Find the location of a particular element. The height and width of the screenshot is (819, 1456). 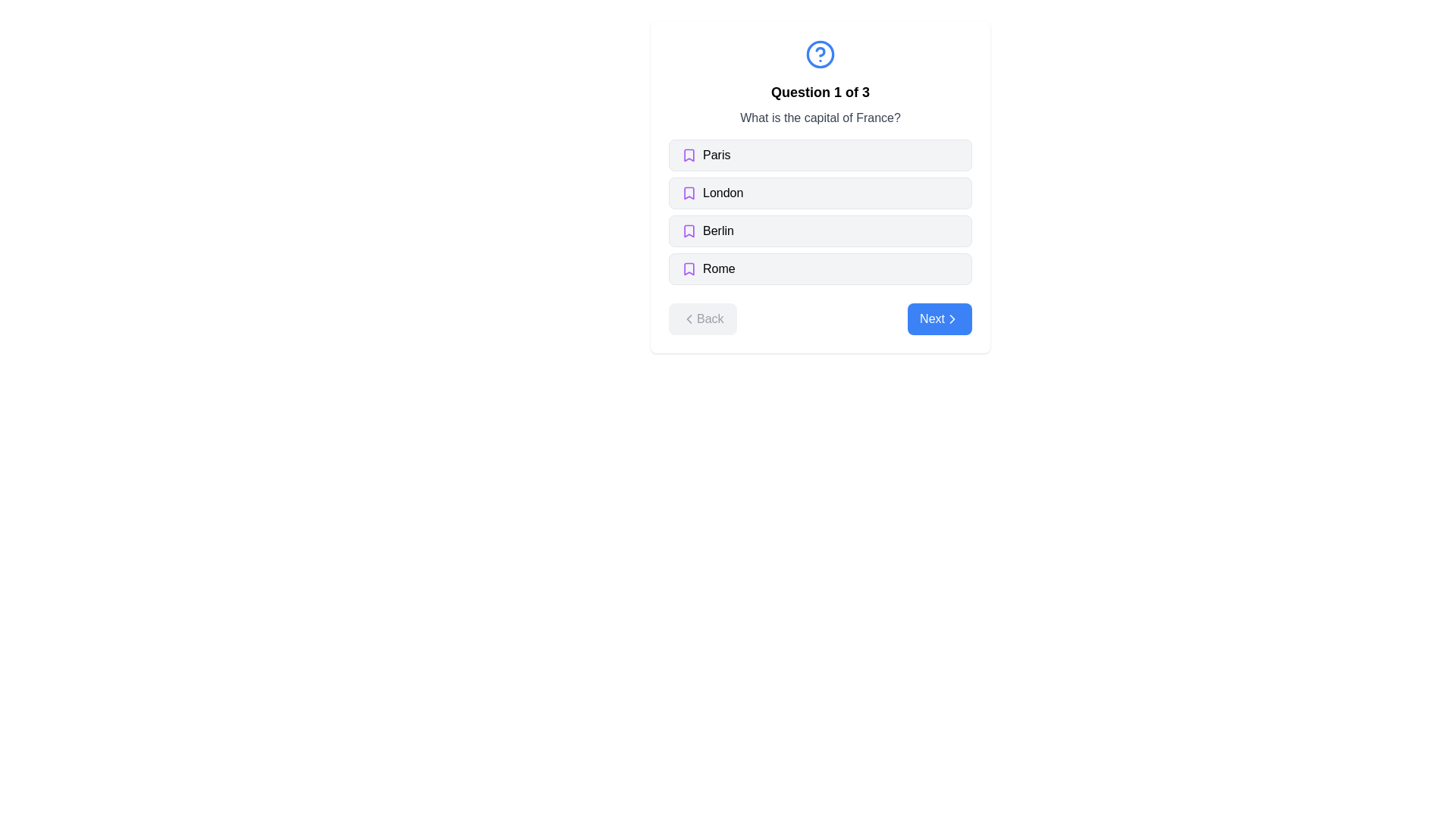

the purple bookmark icon located to the left of the text 'Rome' in the fourth item of the vertical list of options is located at coordinates (688, 268).